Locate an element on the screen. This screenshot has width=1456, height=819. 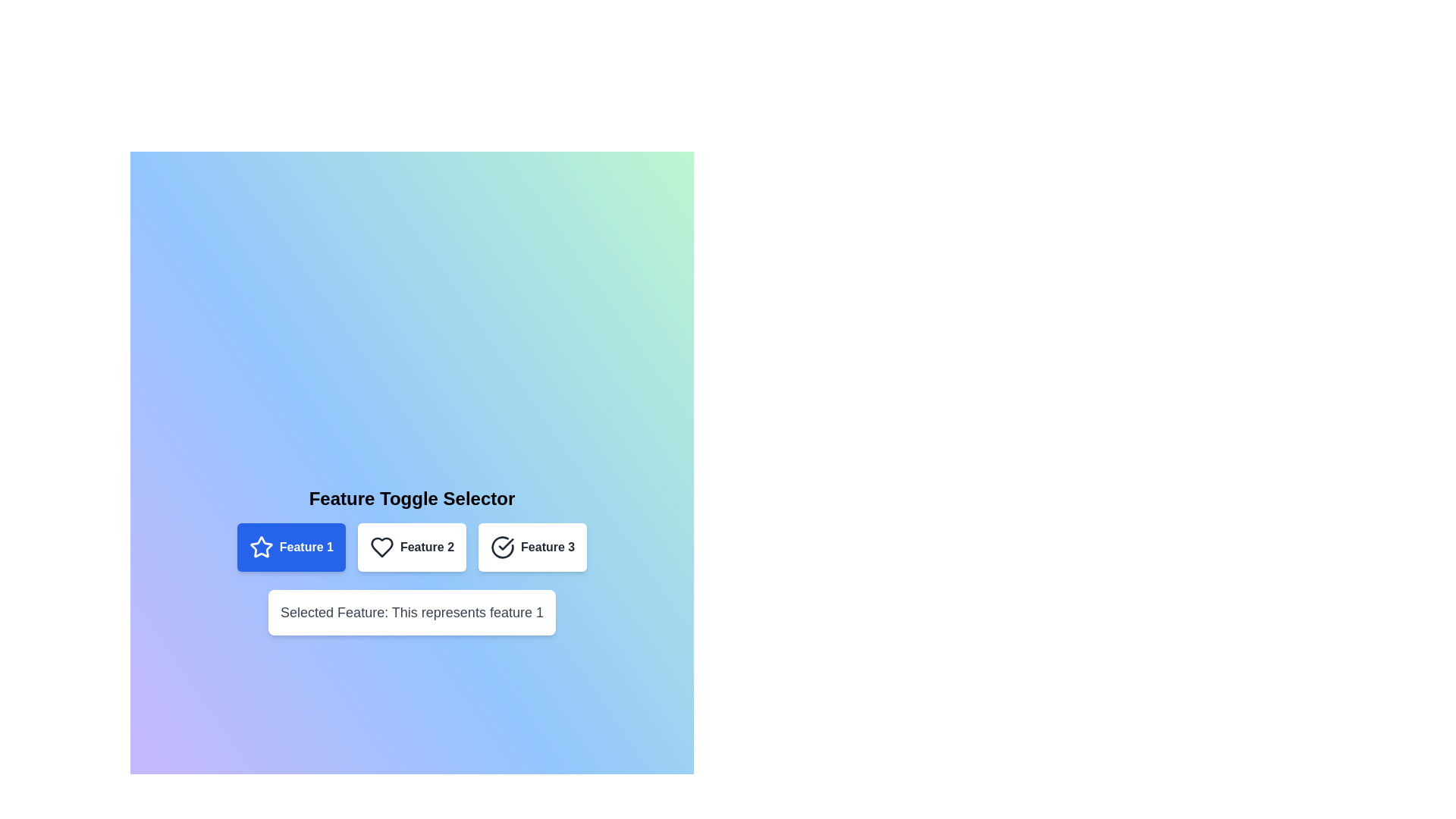
the button labeled 'Feature 3' to select it is located at coordinates (532, 547).